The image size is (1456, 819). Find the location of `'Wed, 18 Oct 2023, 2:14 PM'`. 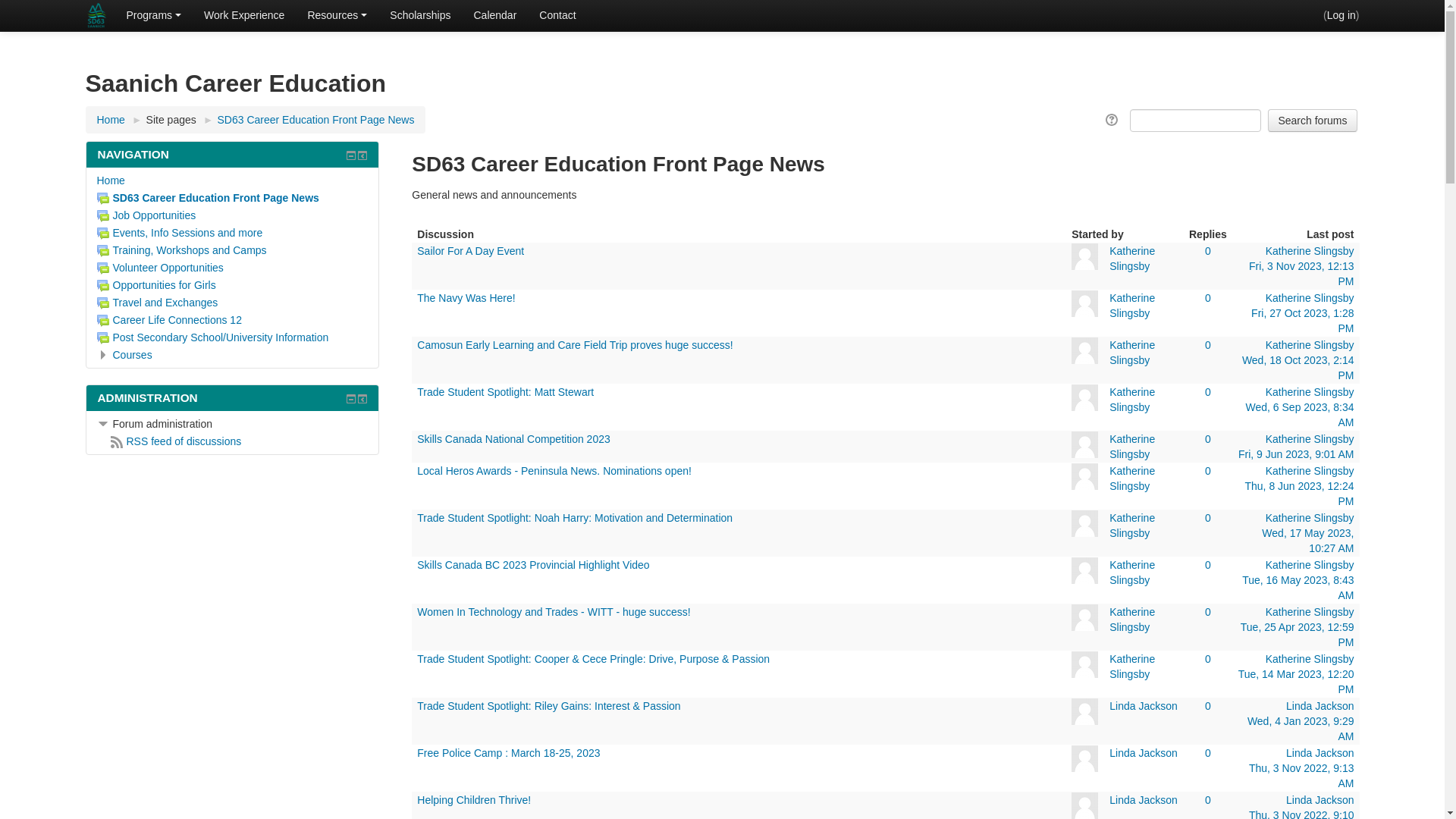

'Wed, 18 Oct 2023, 2:14 PM' is located at coordinates (1298, 368).